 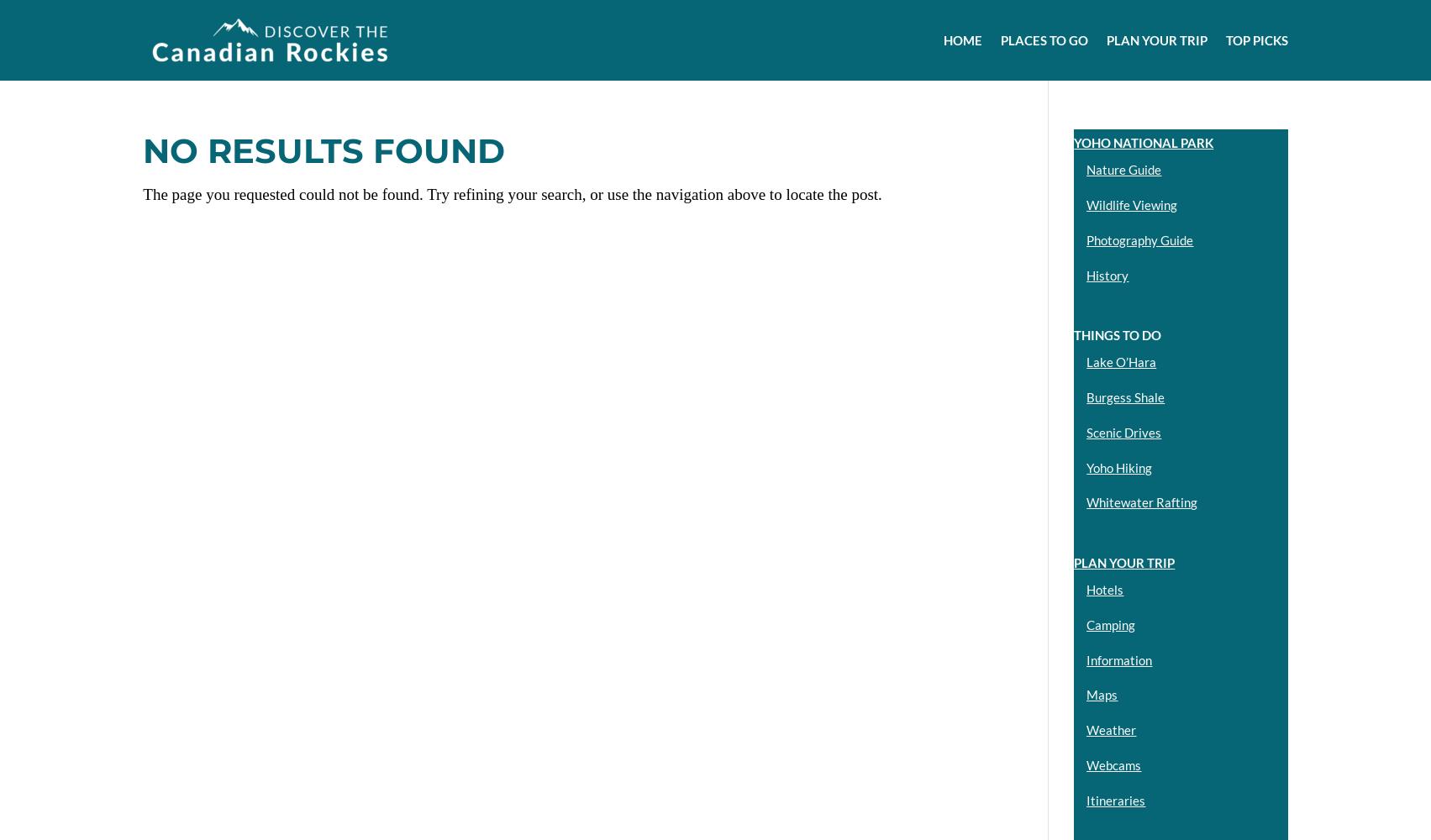 What do you see at coordinates (511, 193) in the screenshot?
I see `'The page you requested could not be found. Try refining your search, or use the navigation above to locate the post.'` at bounding box center [511, 193].